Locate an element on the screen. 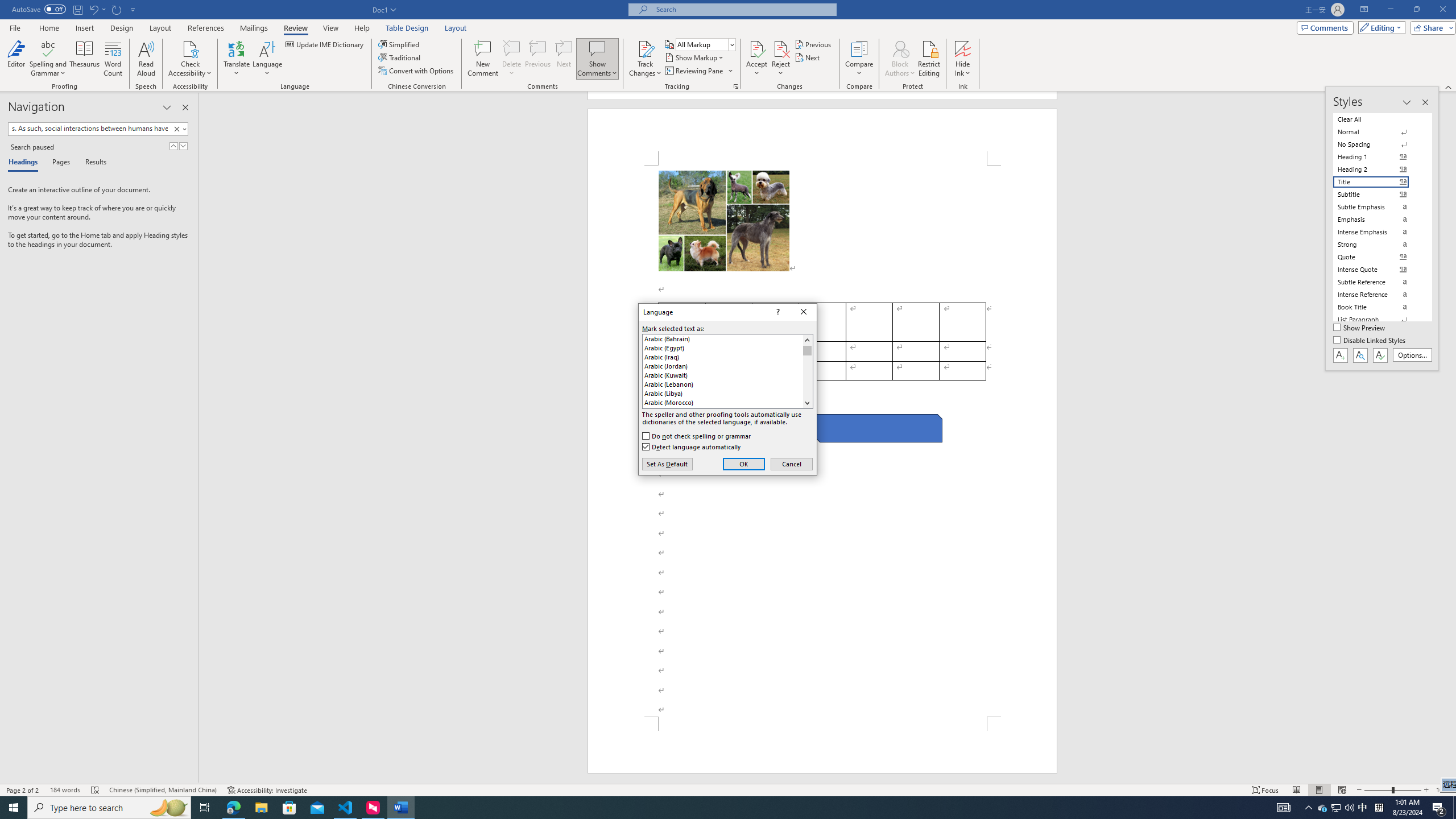 The width and height of the screenshot is (1456, 819). 'Heading 2' is located at coordinates (1378, 169).